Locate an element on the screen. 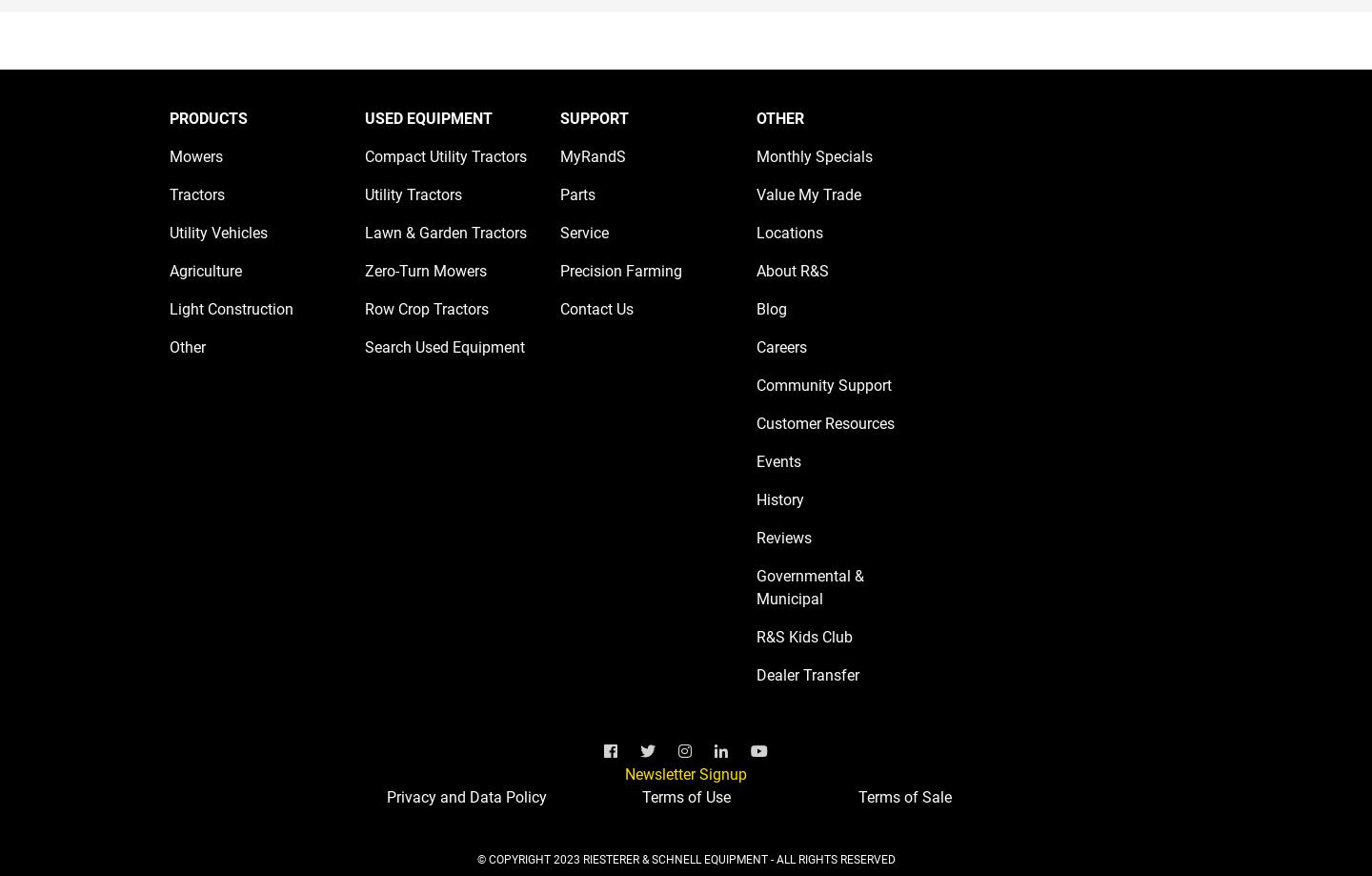 The height and width of the screenshot is (876, 1372). 'PRODUCTS' is located at coordinates (208, 117).